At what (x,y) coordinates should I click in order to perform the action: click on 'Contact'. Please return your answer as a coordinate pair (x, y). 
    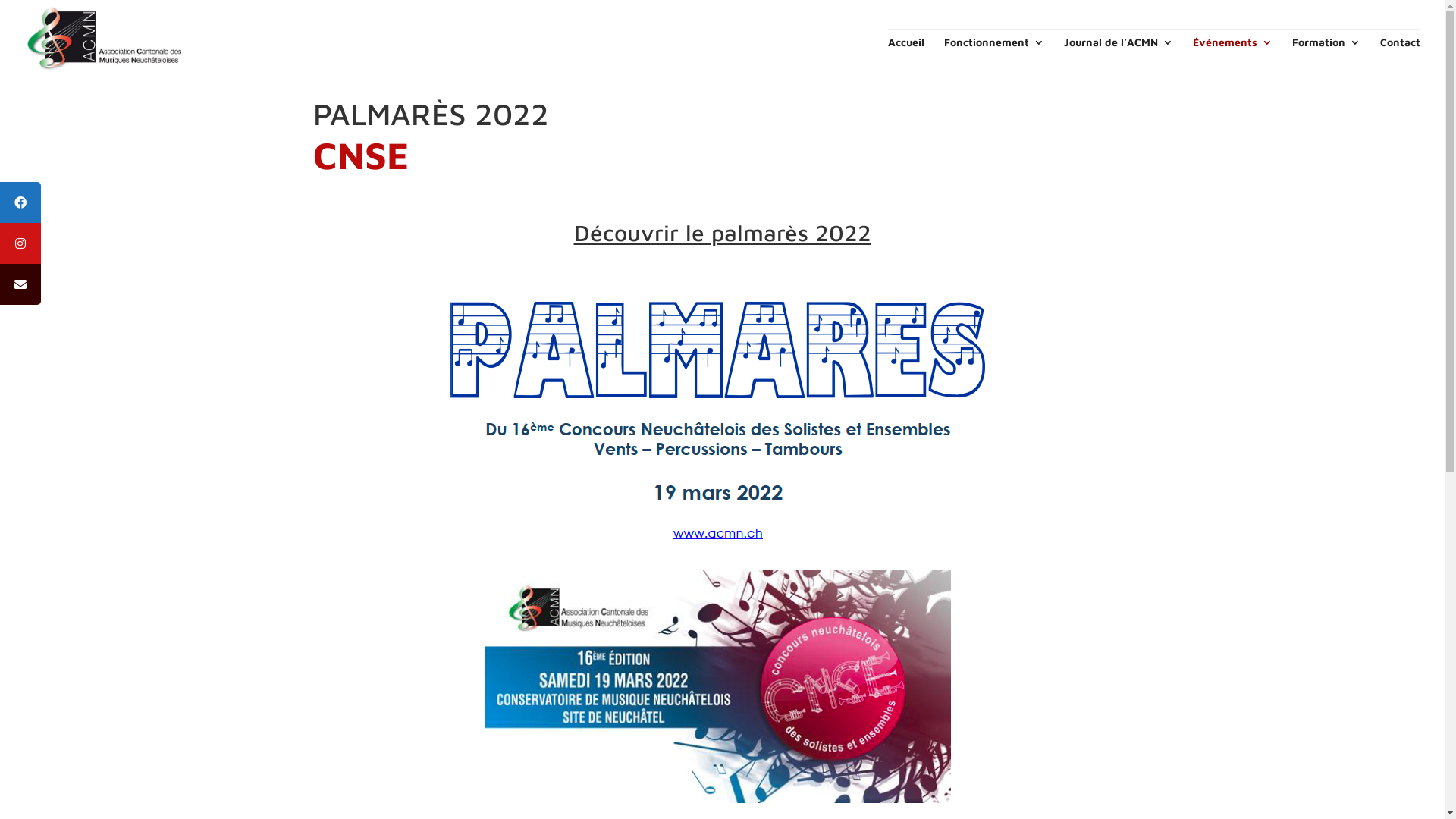
    Looking at the image, I should click on (1399, 55).